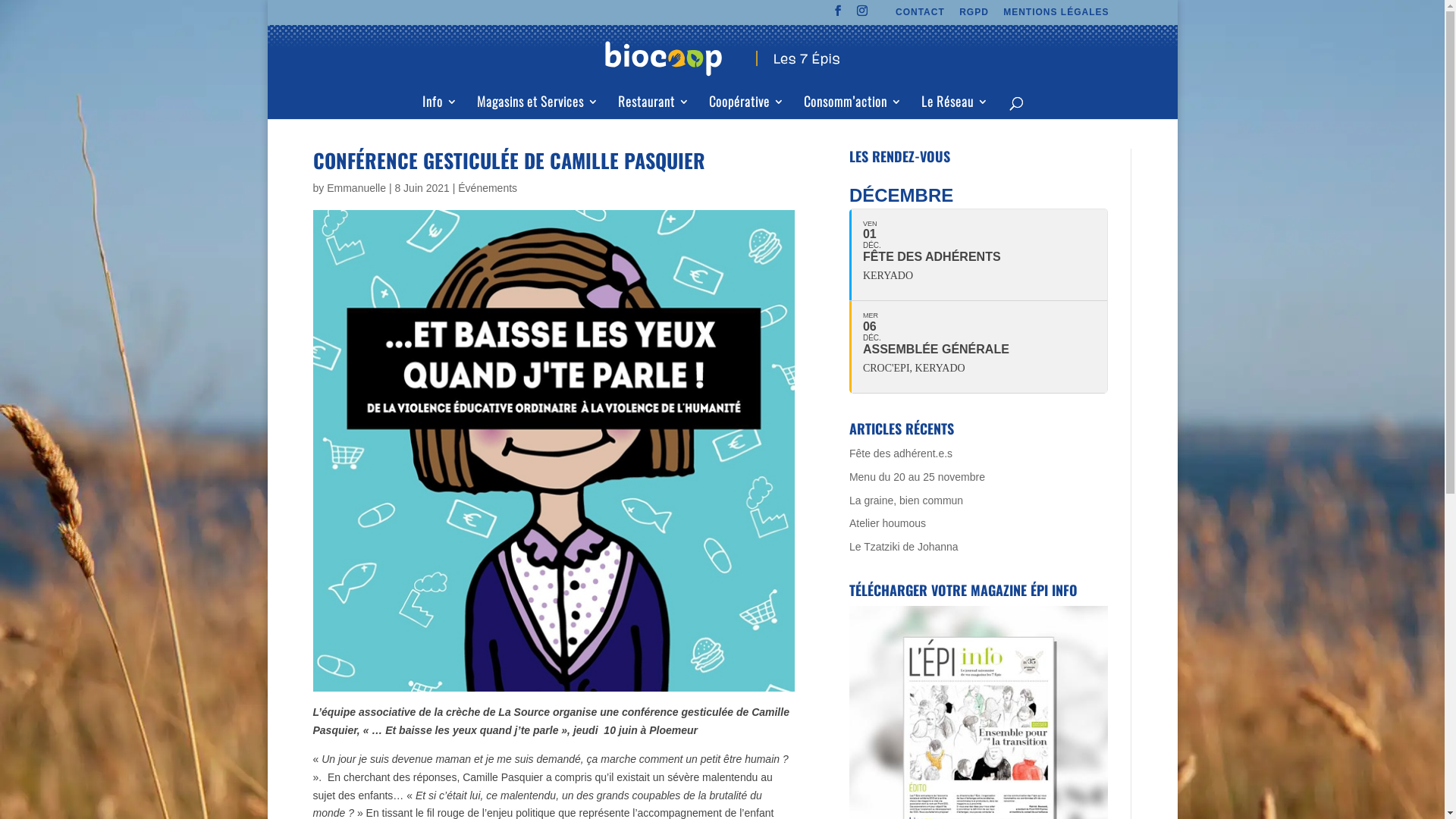 This screenshot has width=1456, height=819. I want to click on 'Lien Facebook alt=', so click(837, 14).